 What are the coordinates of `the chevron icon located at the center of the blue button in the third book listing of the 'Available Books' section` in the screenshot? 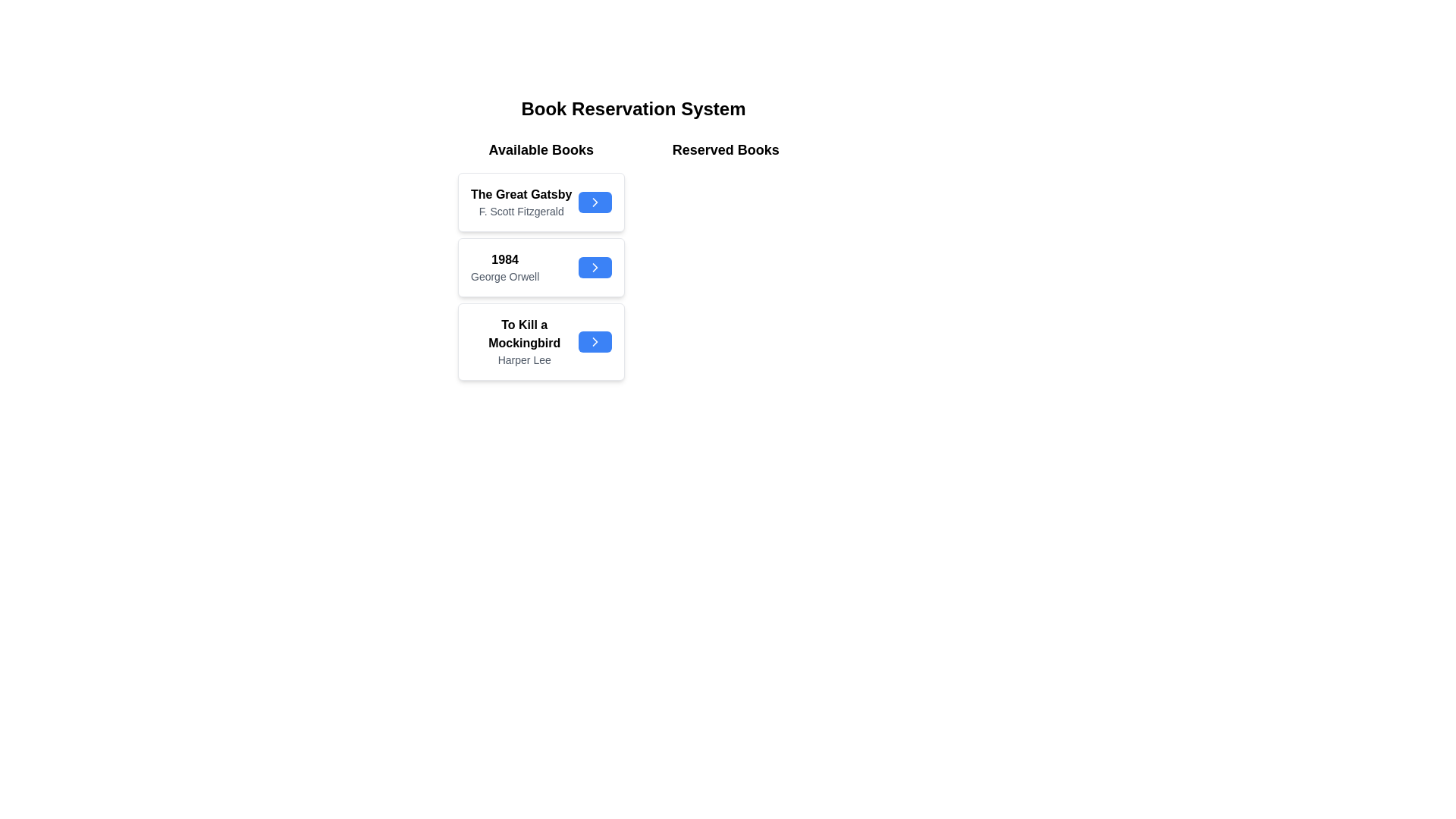 It's located at (594, 342).